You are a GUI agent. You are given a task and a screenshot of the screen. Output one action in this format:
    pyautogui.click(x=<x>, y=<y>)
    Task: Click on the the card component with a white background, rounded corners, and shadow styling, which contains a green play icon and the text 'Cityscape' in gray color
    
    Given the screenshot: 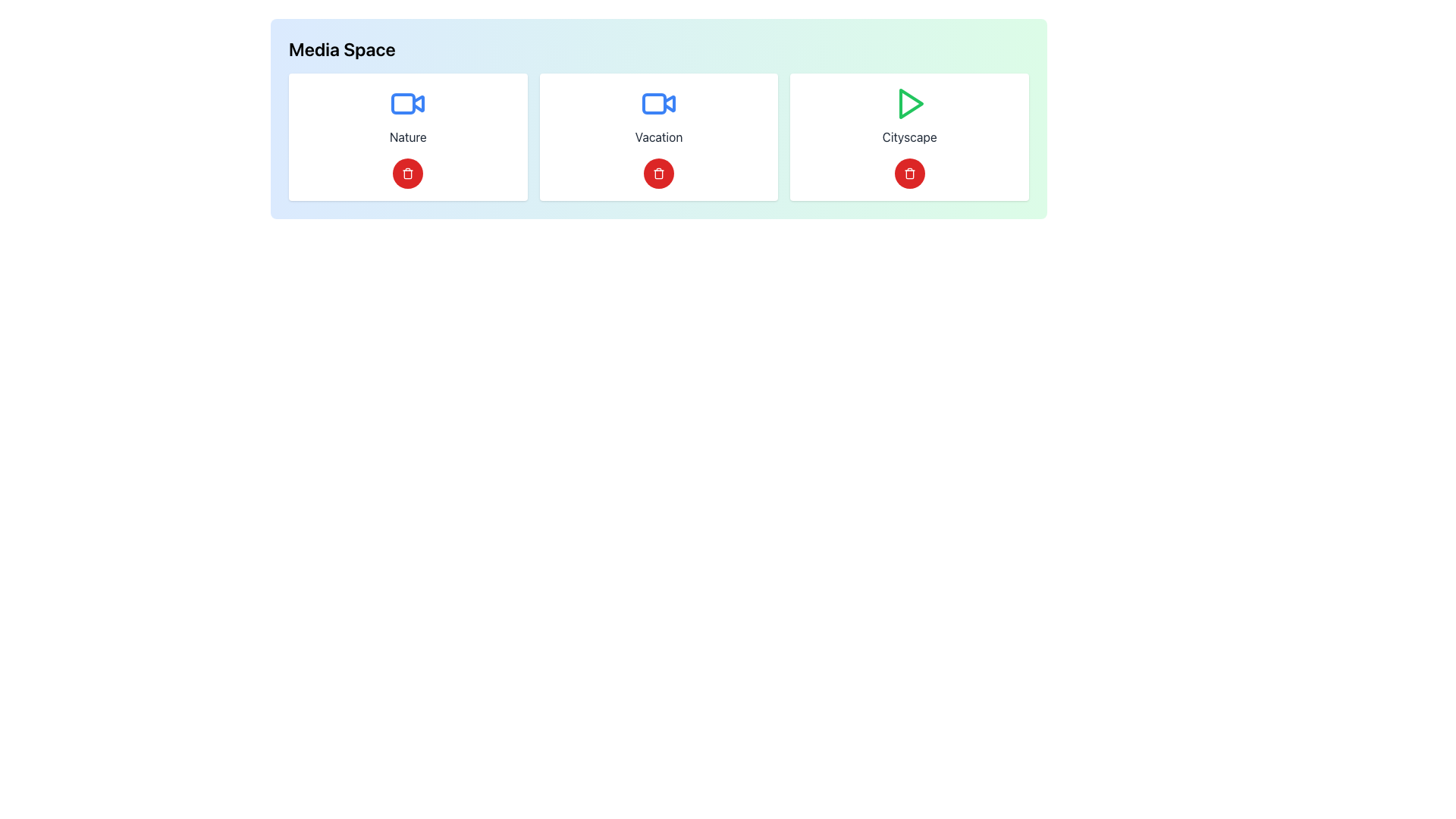 What is the action you would take?
    pyautogui.click(x=909, y=137)
    